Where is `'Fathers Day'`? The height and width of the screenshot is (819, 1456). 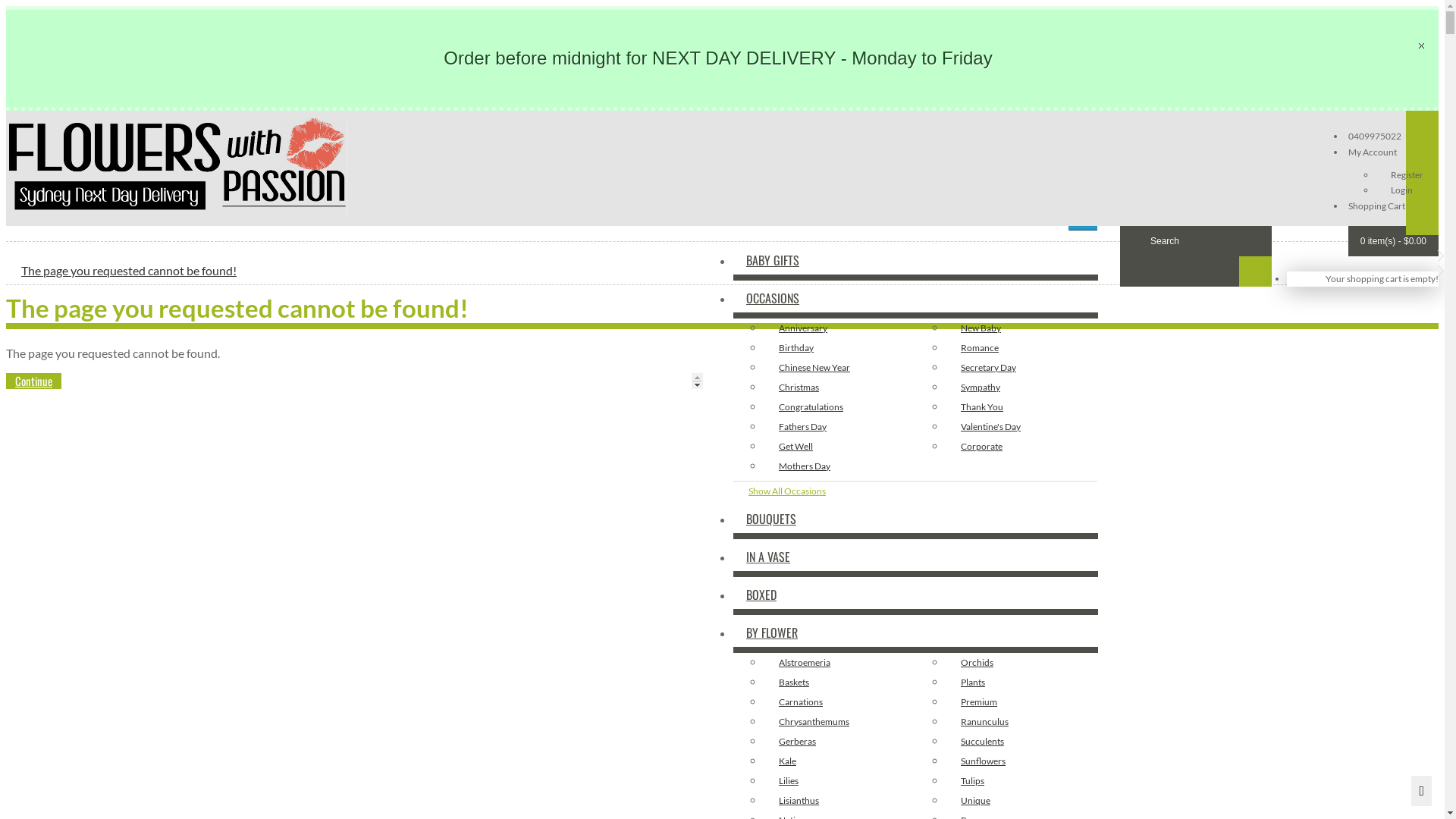
'Fathers Day' is located at coordinates (839, 427).